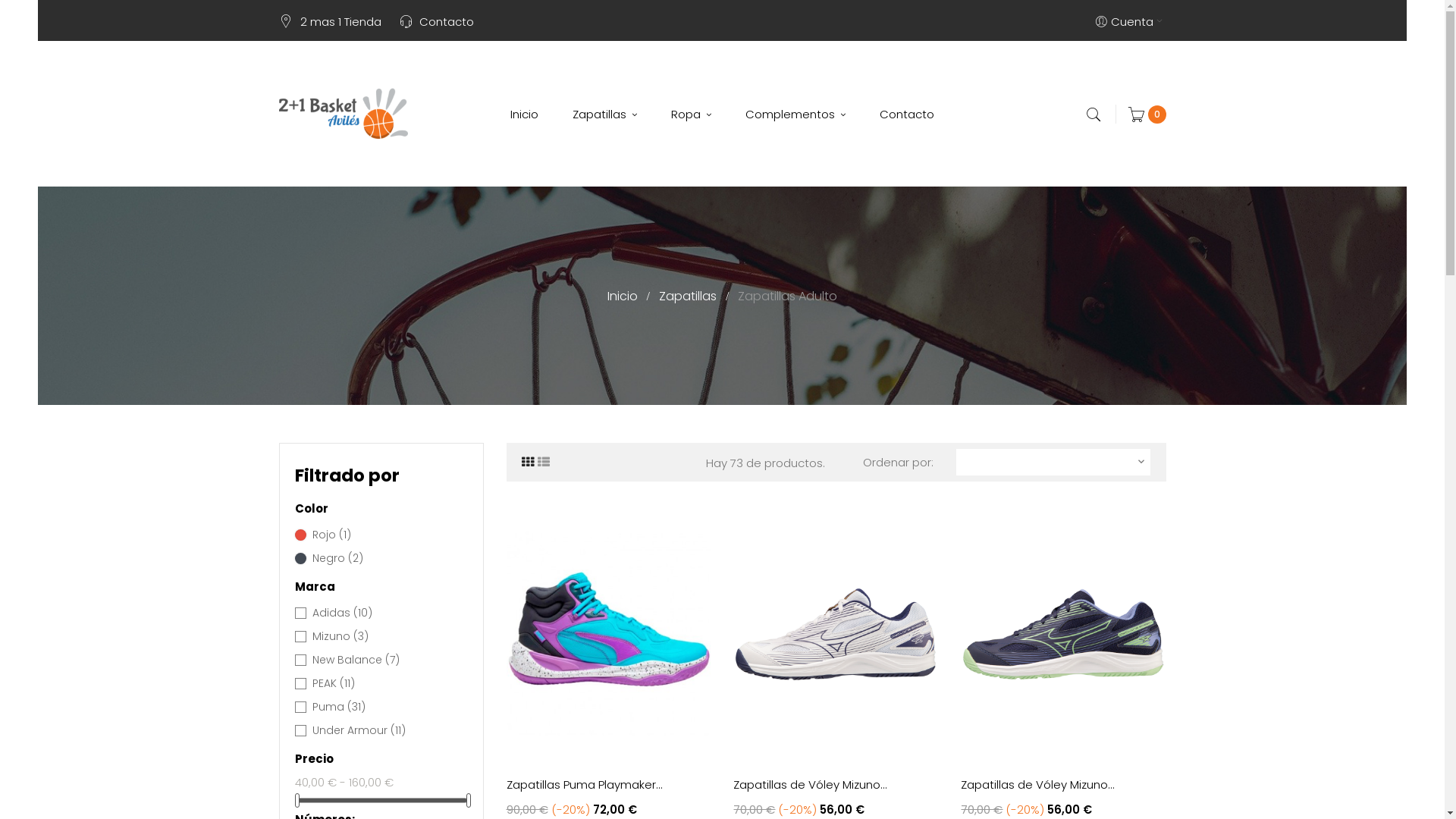 The height and width of the screenshot is (819, 1456). I want to click on 'Inicio', so click(623, 296).